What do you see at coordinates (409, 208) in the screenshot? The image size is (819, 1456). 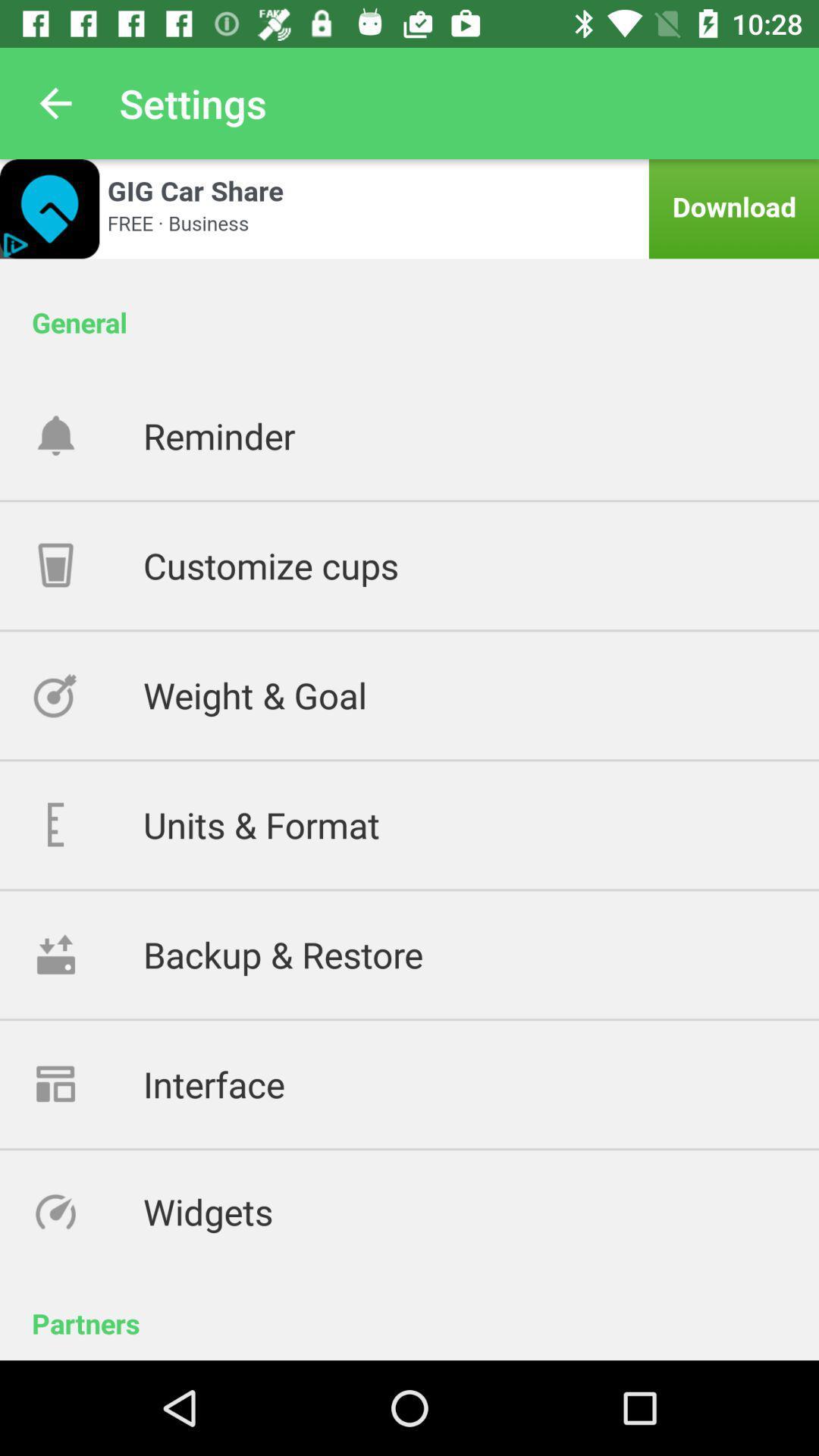 I see `icon at the top` at bounding box center [409, 208].